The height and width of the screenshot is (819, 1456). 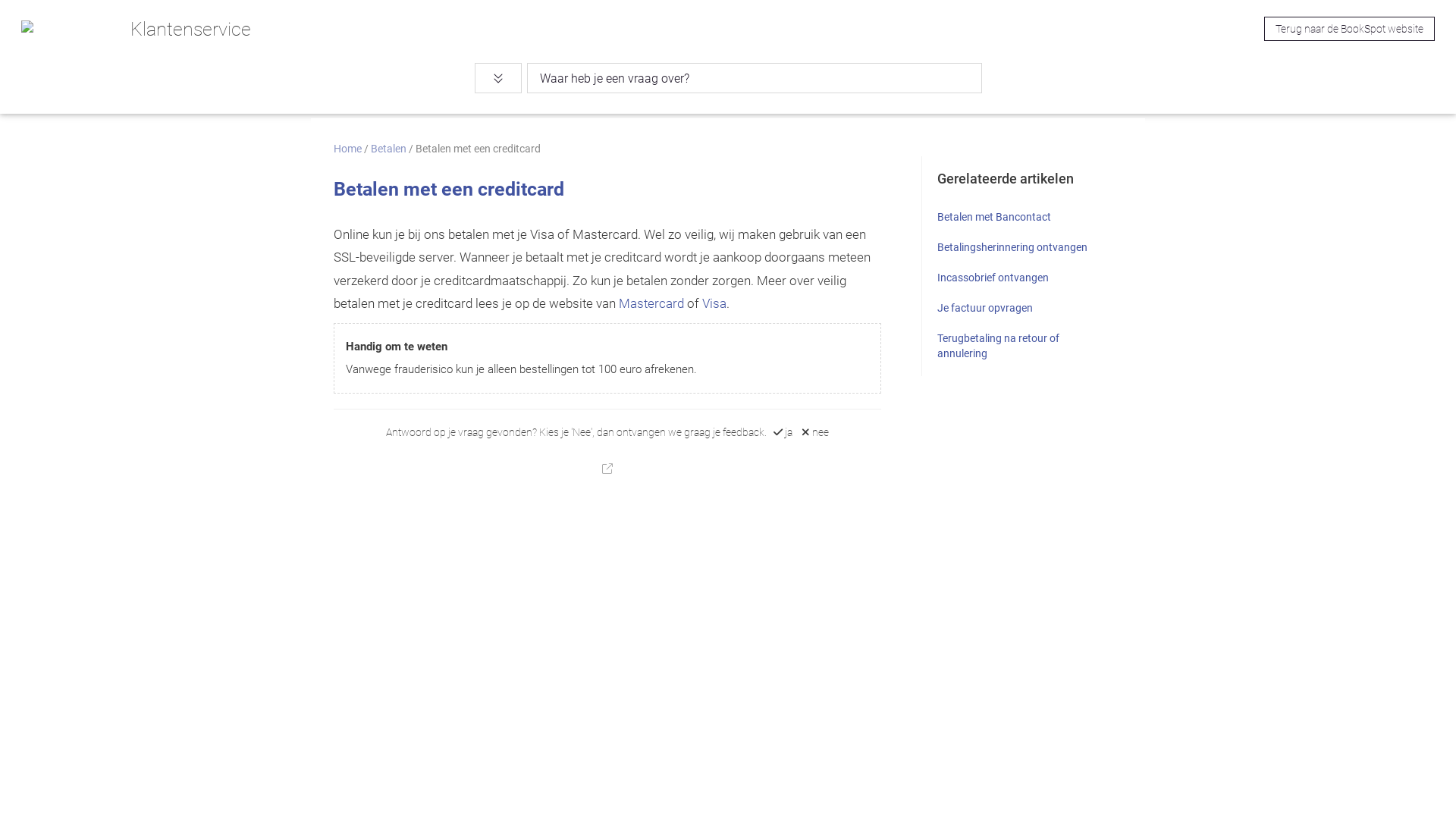 I want to click on 'Incassobrief ontvangen', so click(x=993, y=278).